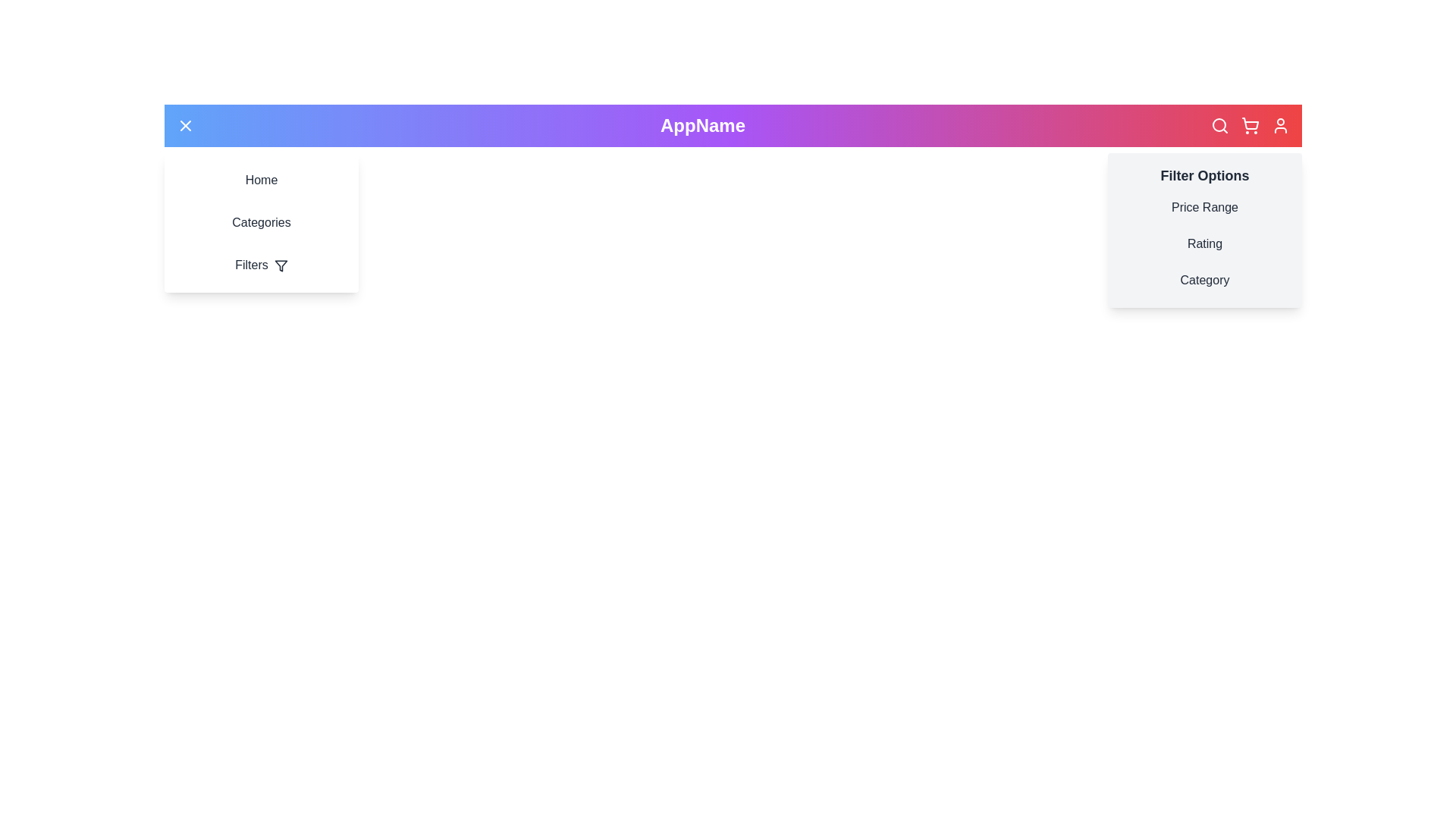  Describe the element at coordinates (701, 124) in the screenshot. I see `label displaying 'AppName' in a bold and large font at the center of the header bar layout` at that location.